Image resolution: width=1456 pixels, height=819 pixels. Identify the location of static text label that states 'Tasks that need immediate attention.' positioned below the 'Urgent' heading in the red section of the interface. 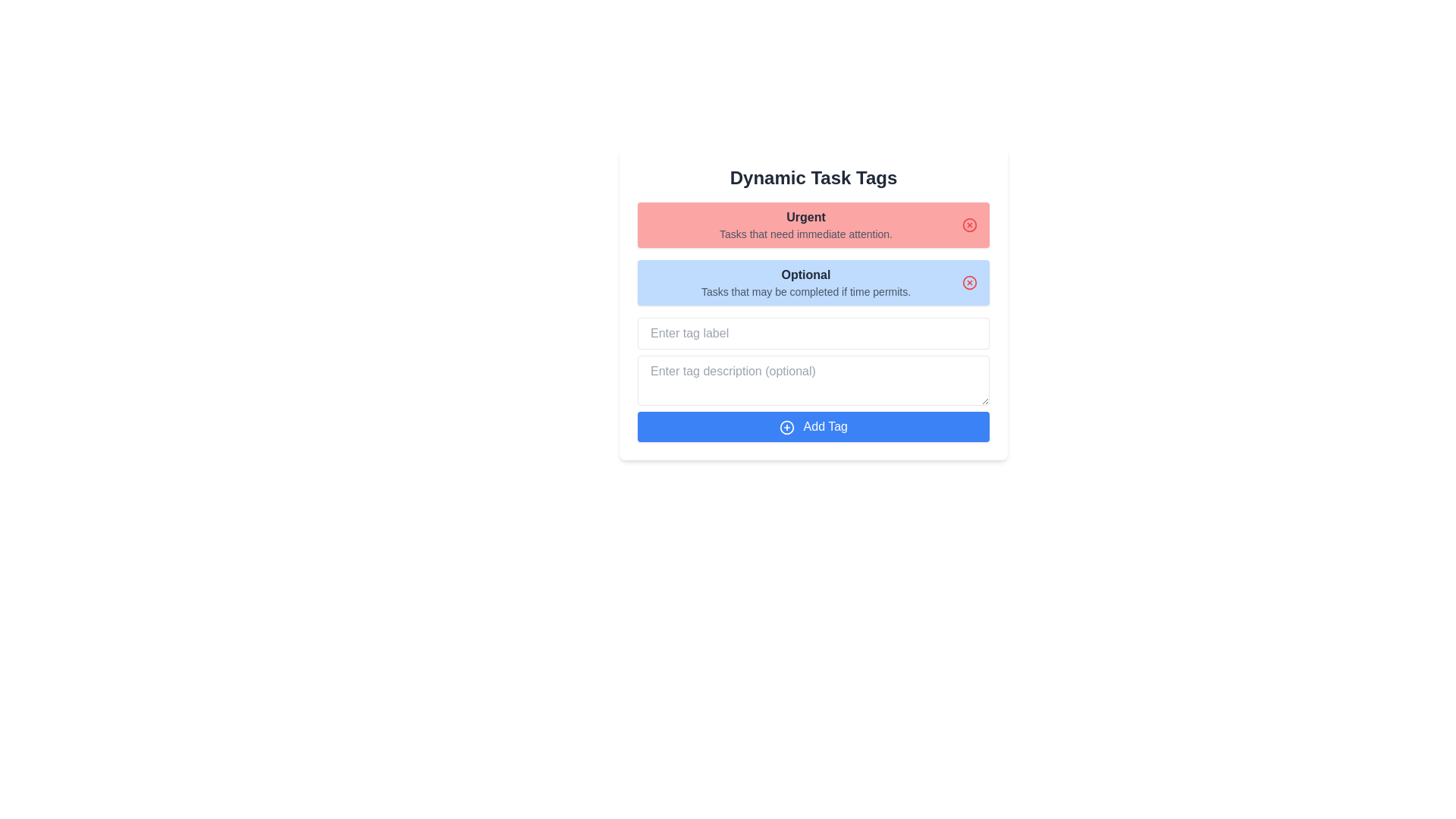
(805, 234).